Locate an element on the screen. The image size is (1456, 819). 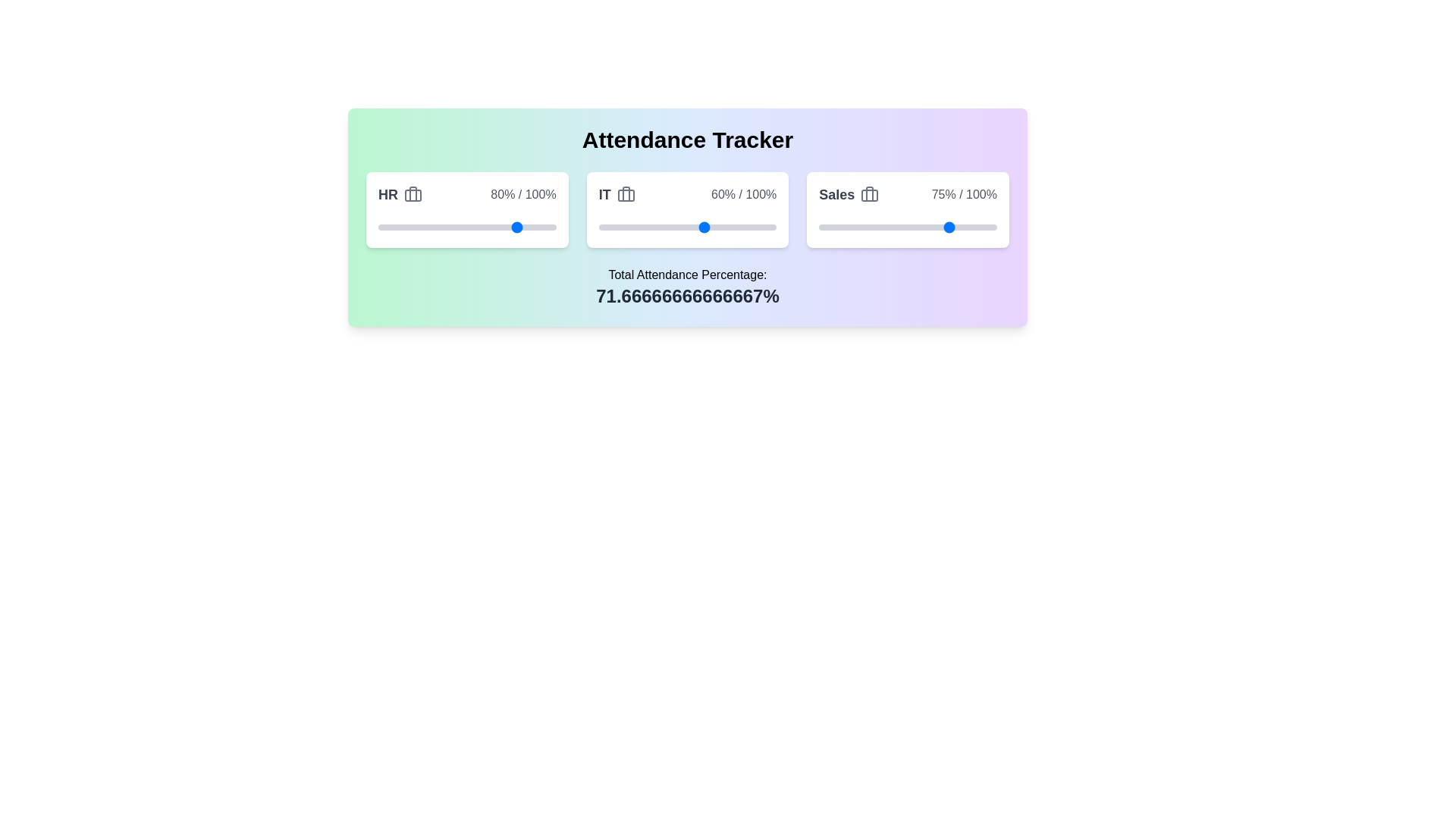
the HR slider is located at coordinates (440, 227).